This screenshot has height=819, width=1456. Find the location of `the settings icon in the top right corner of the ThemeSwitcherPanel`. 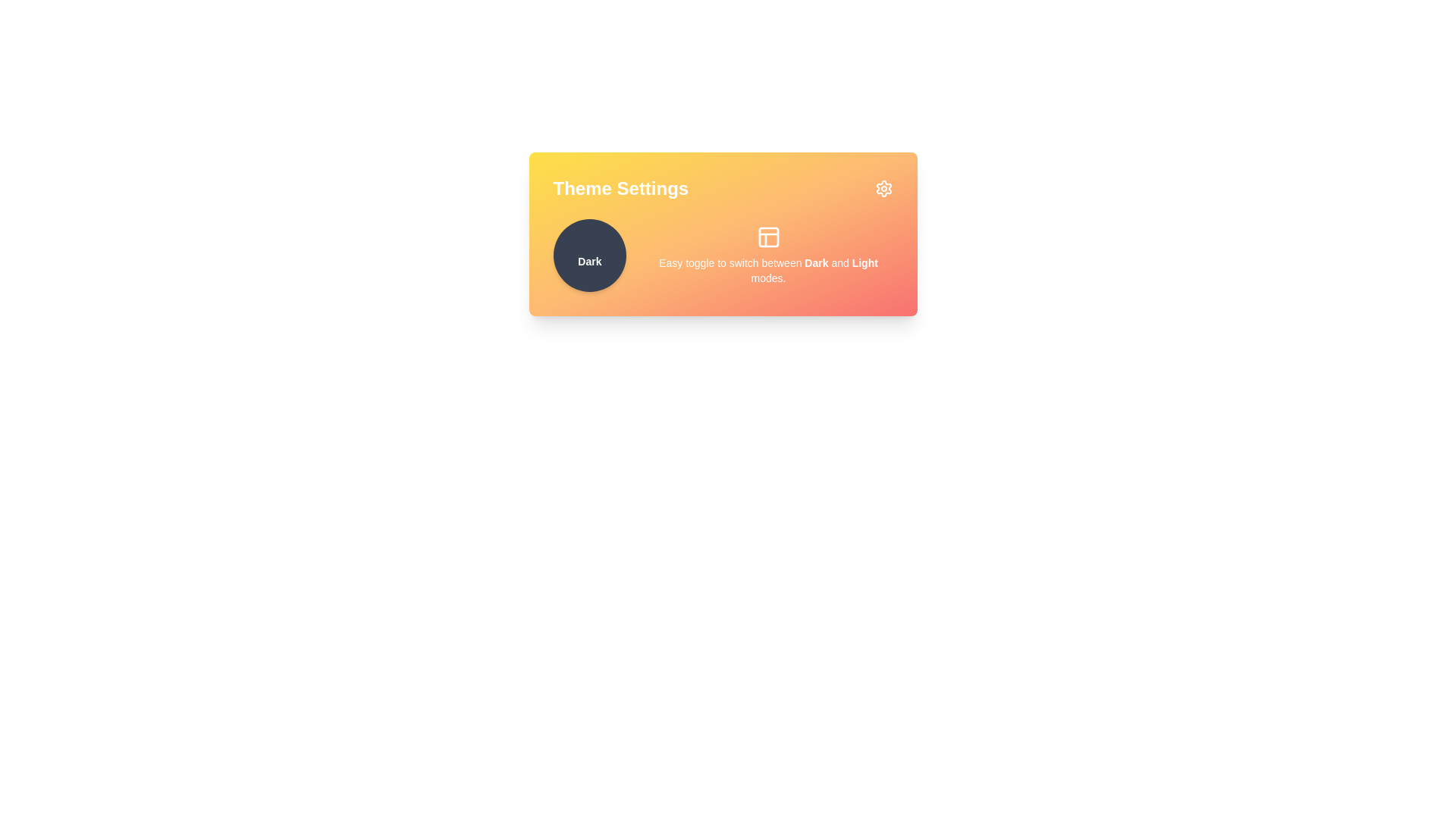

the settings icon in the top right corner of the ThemeSwitcherPanel is located at coordinates (883, 188).